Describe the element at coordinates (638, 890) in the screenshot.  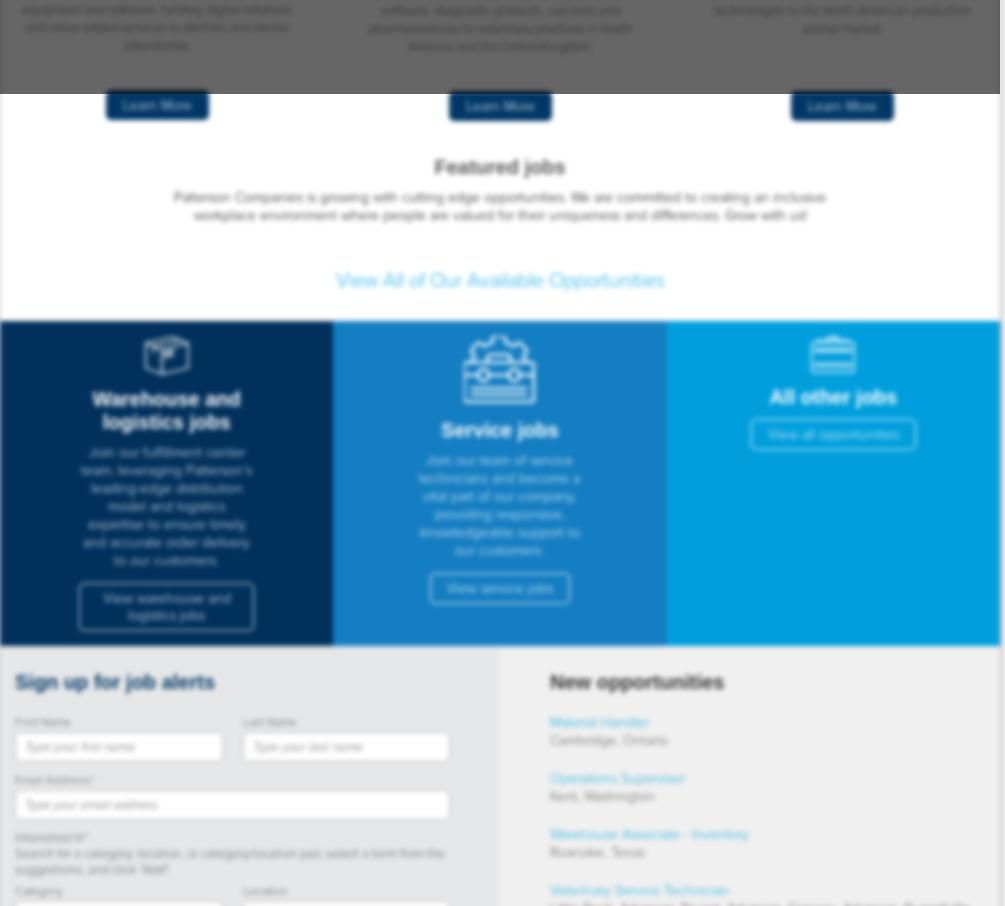
I see `'Veterinary Service Technician'` at that location.